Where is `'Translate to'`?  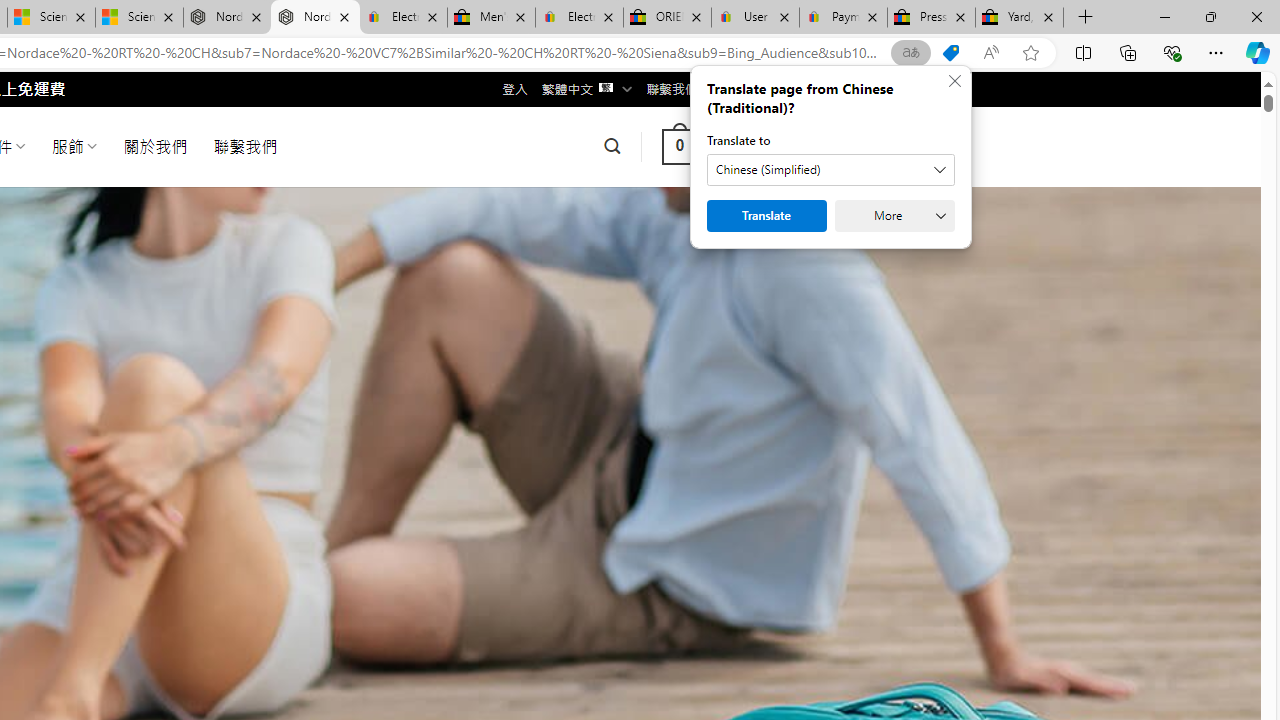 'Translate to' is located at coordinates (830, 168).